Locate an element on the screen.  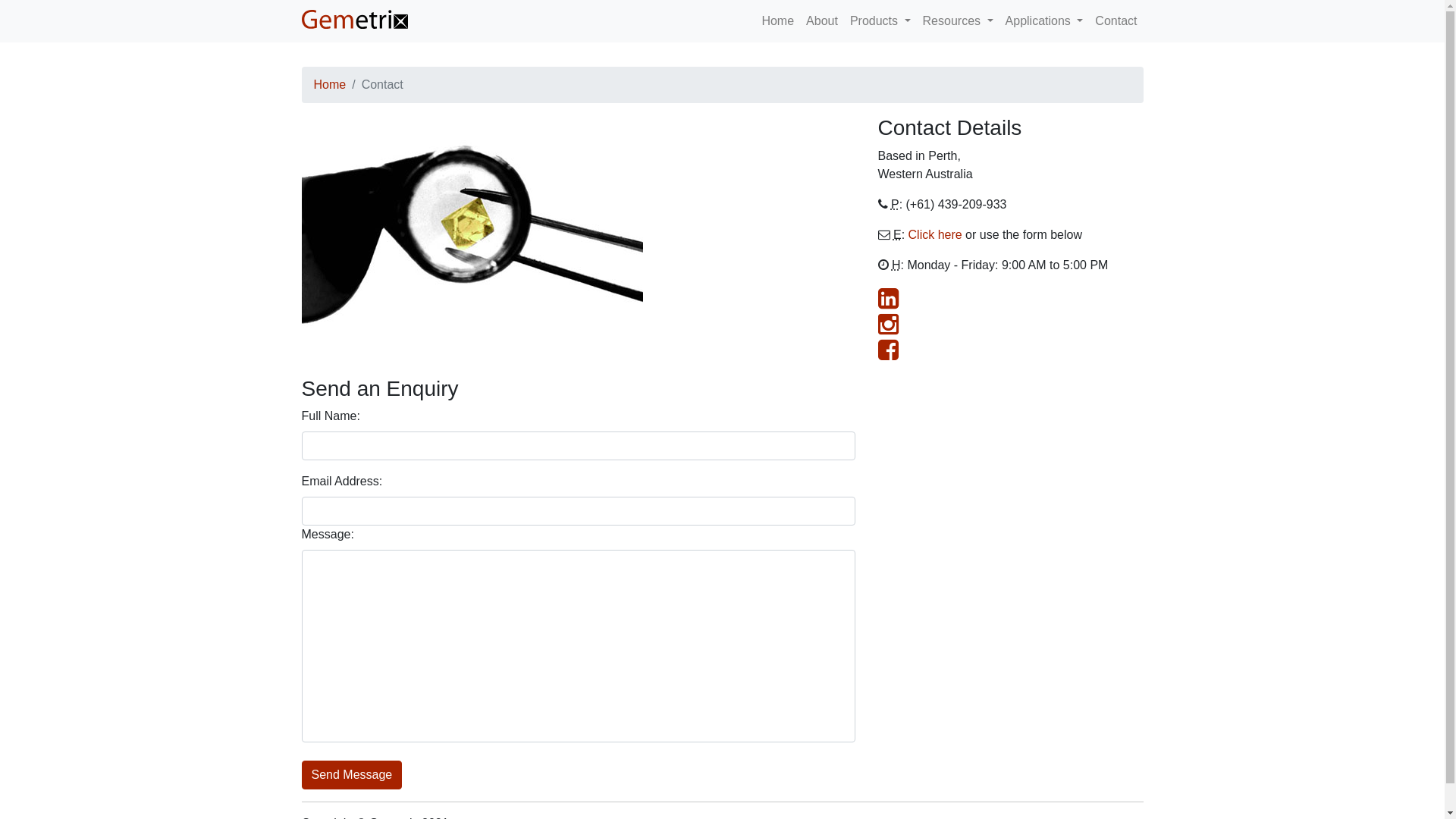
'Contact' is located at coordinates (1116, 20).